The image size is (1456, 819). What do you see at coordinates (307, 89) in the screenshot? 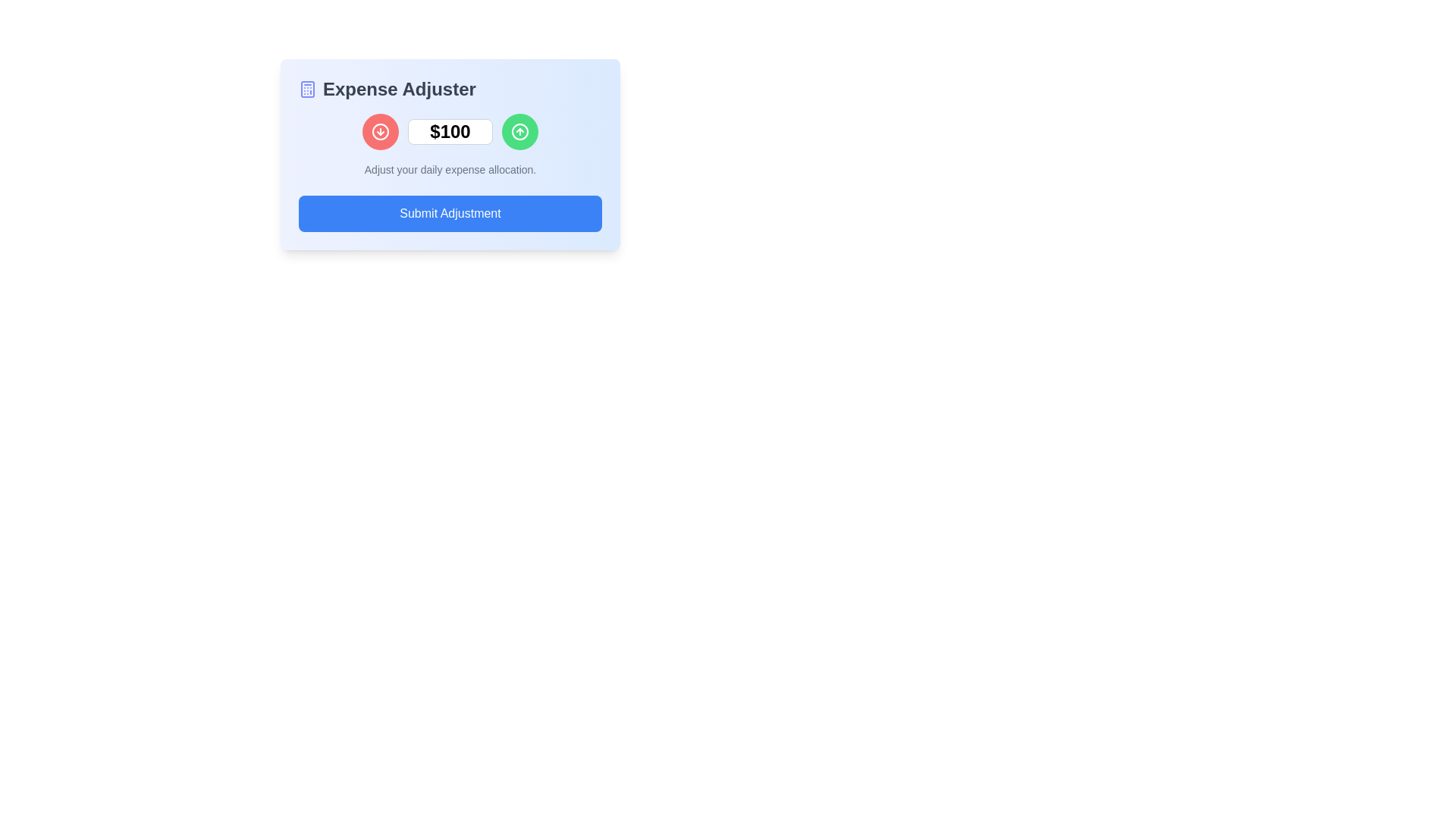
I see `the calculator icon with a blue hue, which is positioned to the left of the 'Expense Adjuster' title, located at the top-left corner of the interface card` at bounding box center [307, 89].